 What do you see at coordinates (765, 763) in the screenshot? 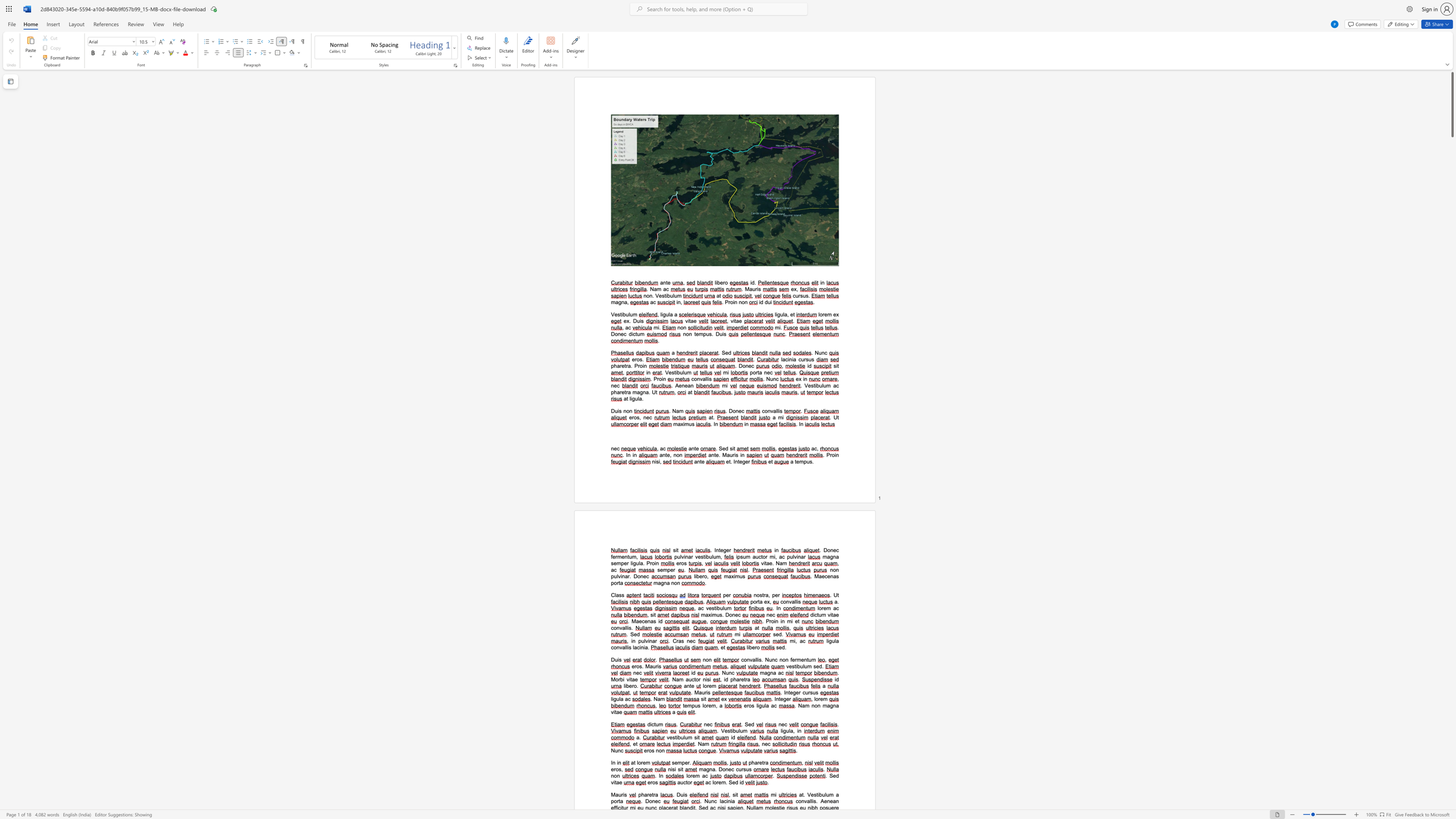
I see `the space between the continuous character "r" and "a" in the text` at bounding box center [765, 763].